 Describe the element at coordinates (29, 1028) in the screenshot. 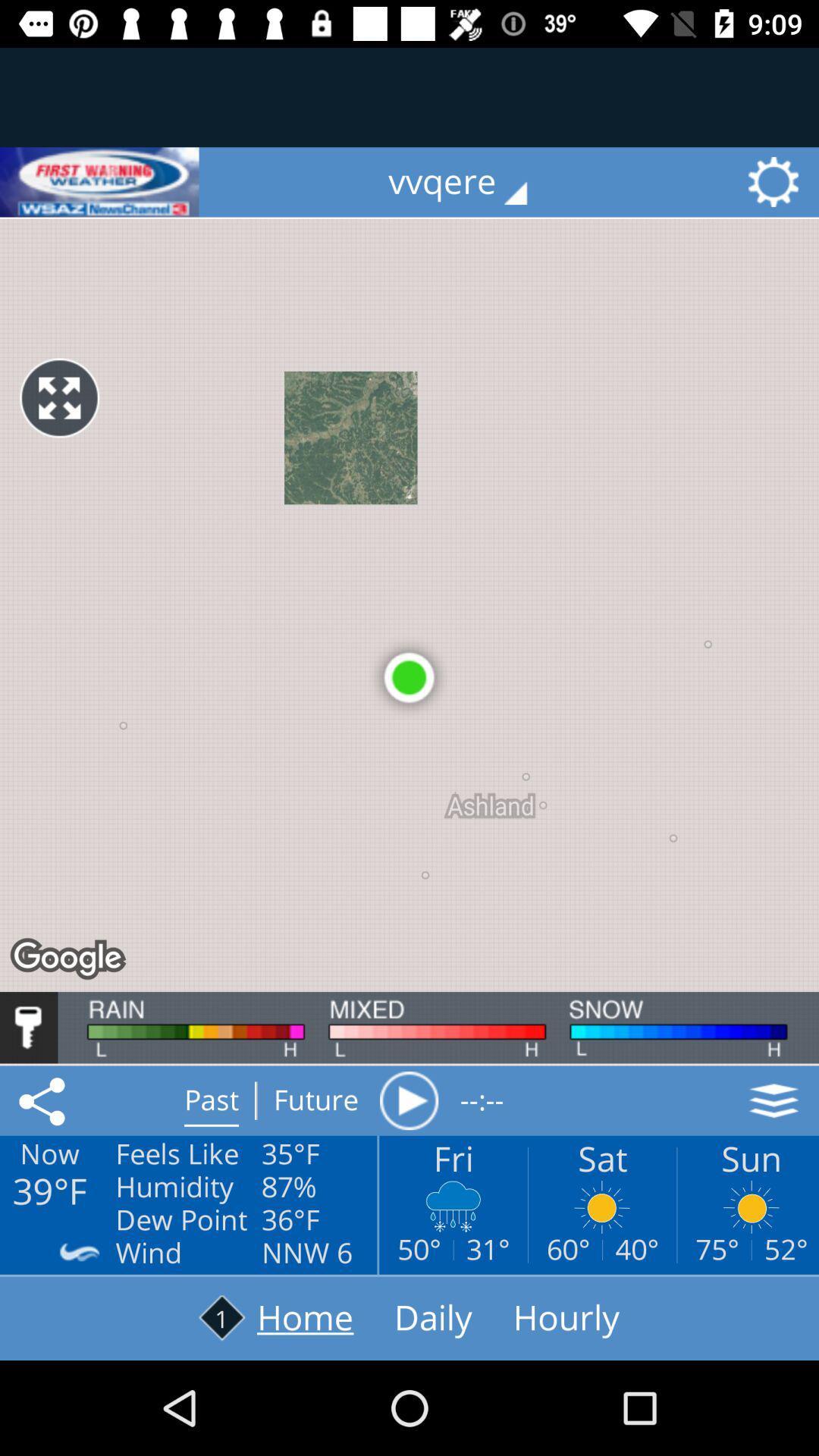

I see `key` at that location.